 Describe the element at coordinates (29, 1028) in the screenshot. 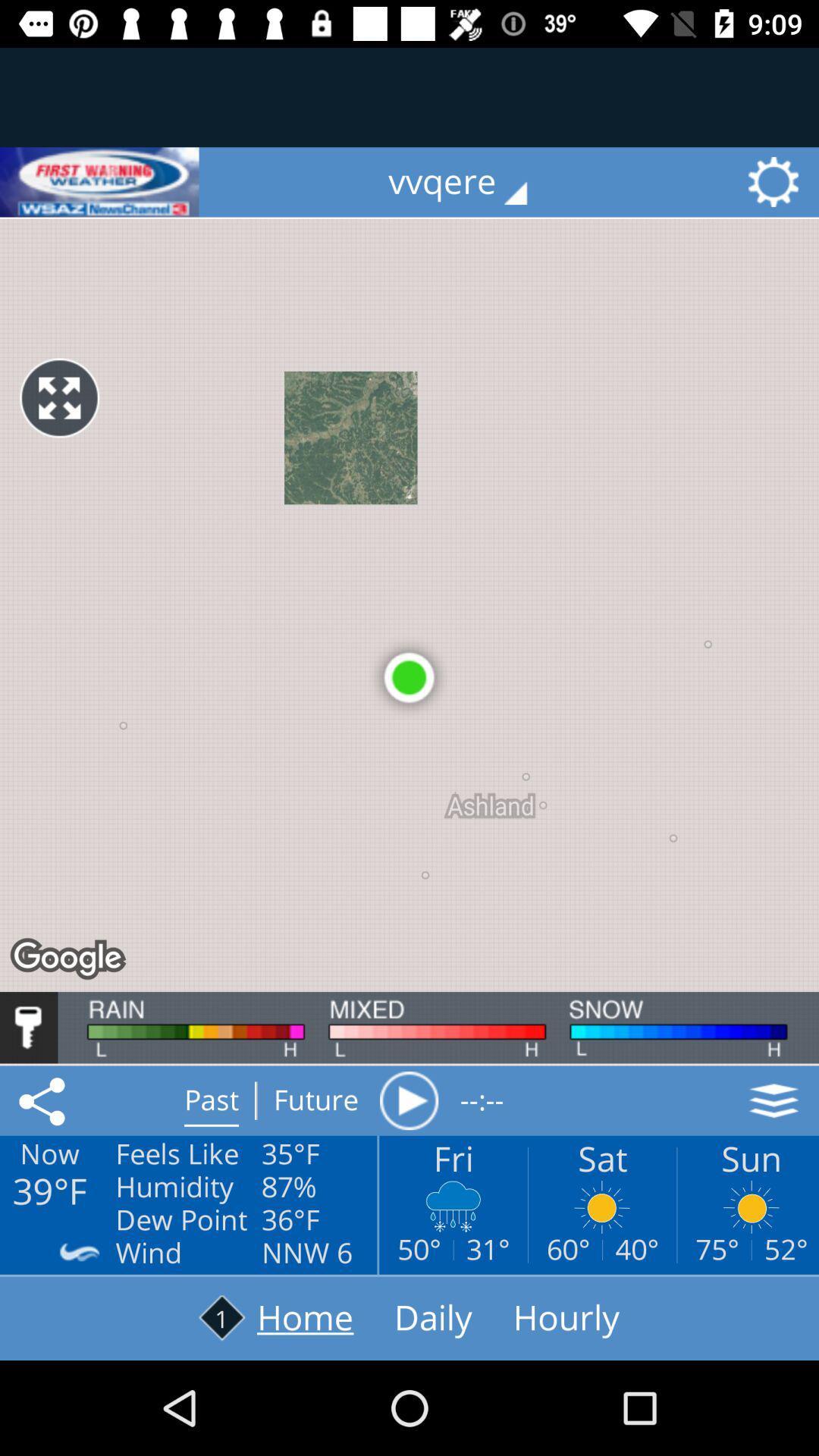

I see `key` at that location.